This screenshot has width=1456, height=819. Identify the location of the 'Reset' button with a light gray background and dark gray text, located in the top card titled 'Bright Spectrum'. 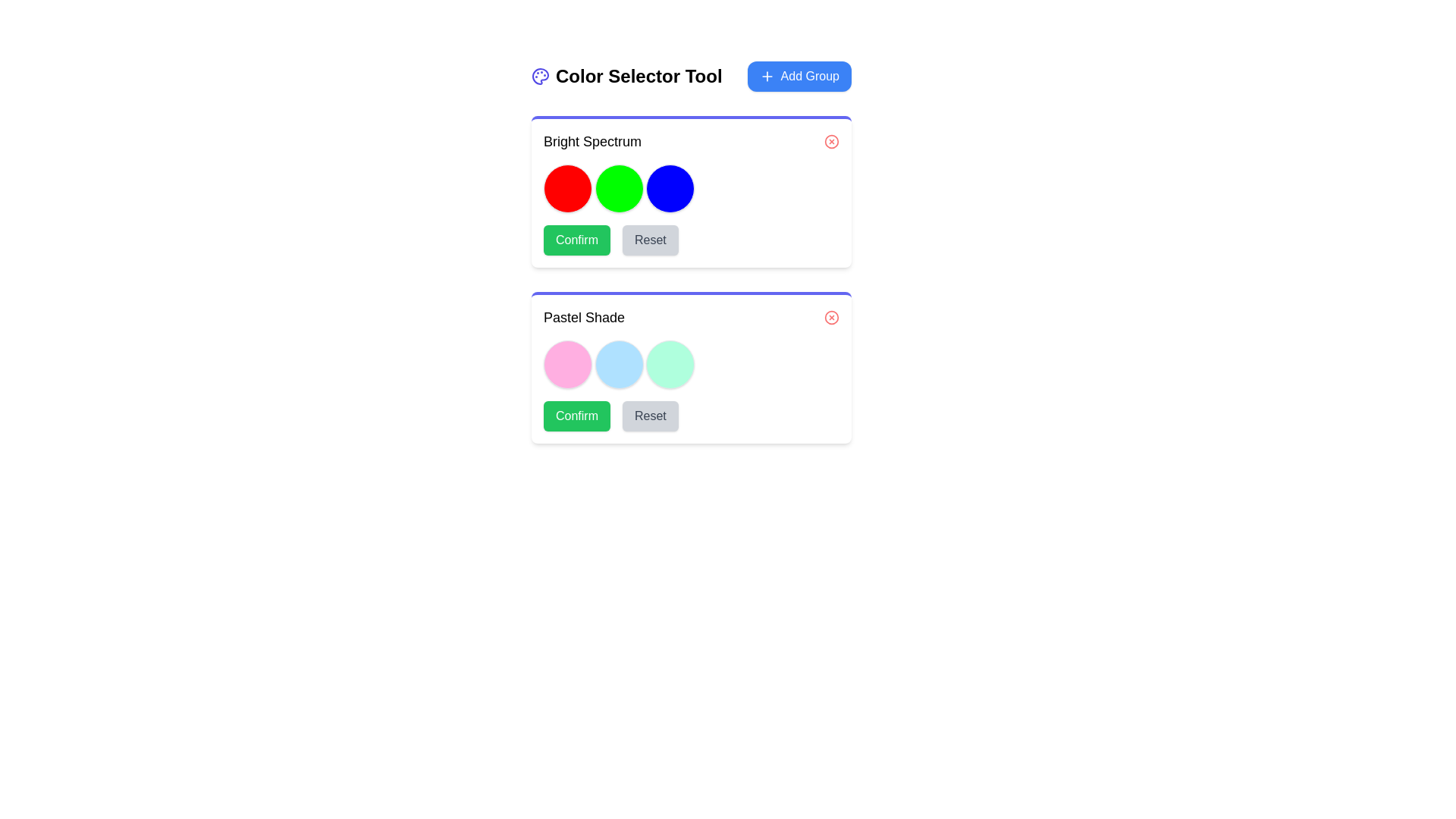
(650, 239).